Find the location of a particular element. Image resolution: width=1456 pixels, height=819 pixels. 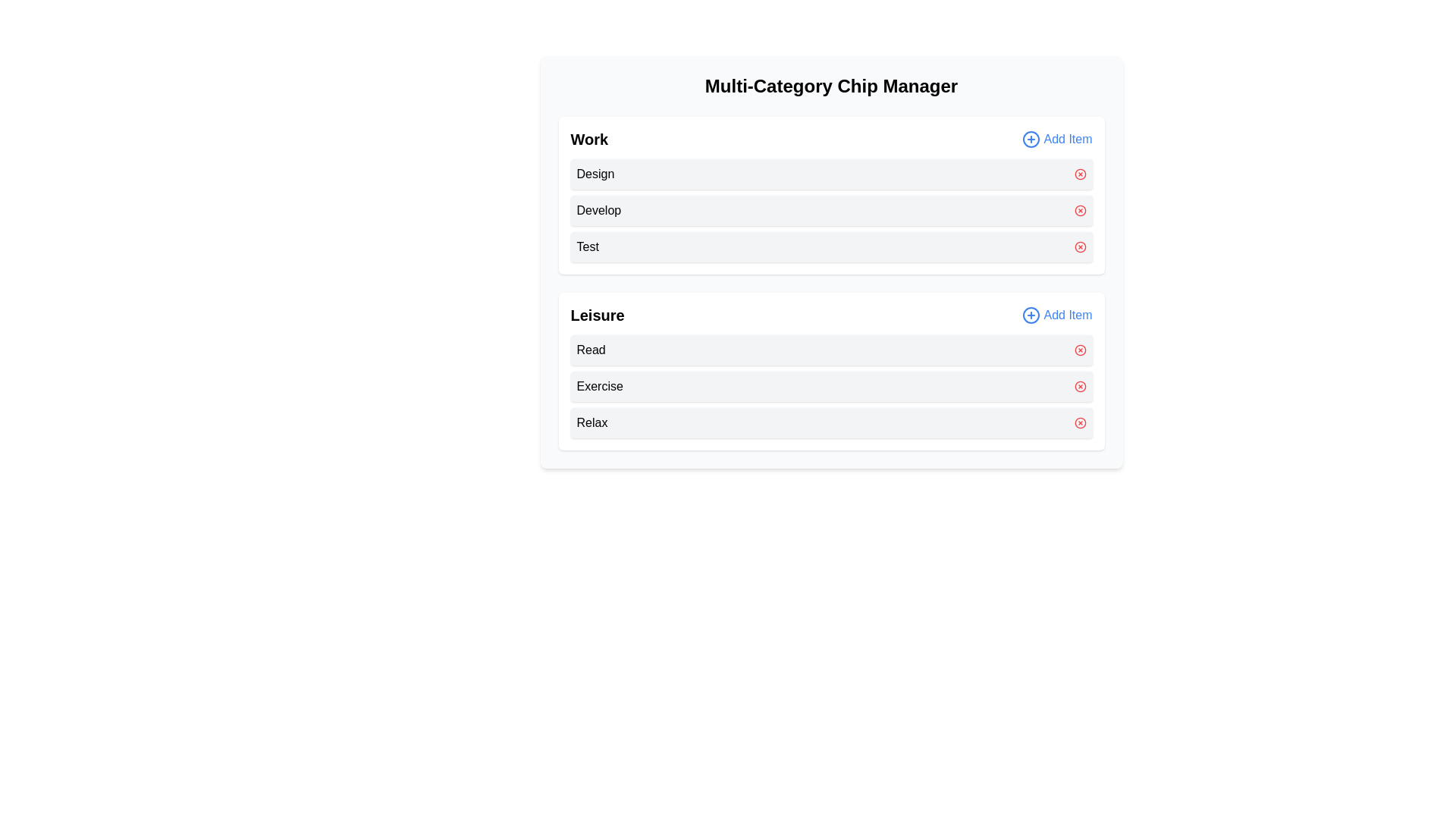

the 'Add Item' button for the Work category is located at coordinates (1056, 140).